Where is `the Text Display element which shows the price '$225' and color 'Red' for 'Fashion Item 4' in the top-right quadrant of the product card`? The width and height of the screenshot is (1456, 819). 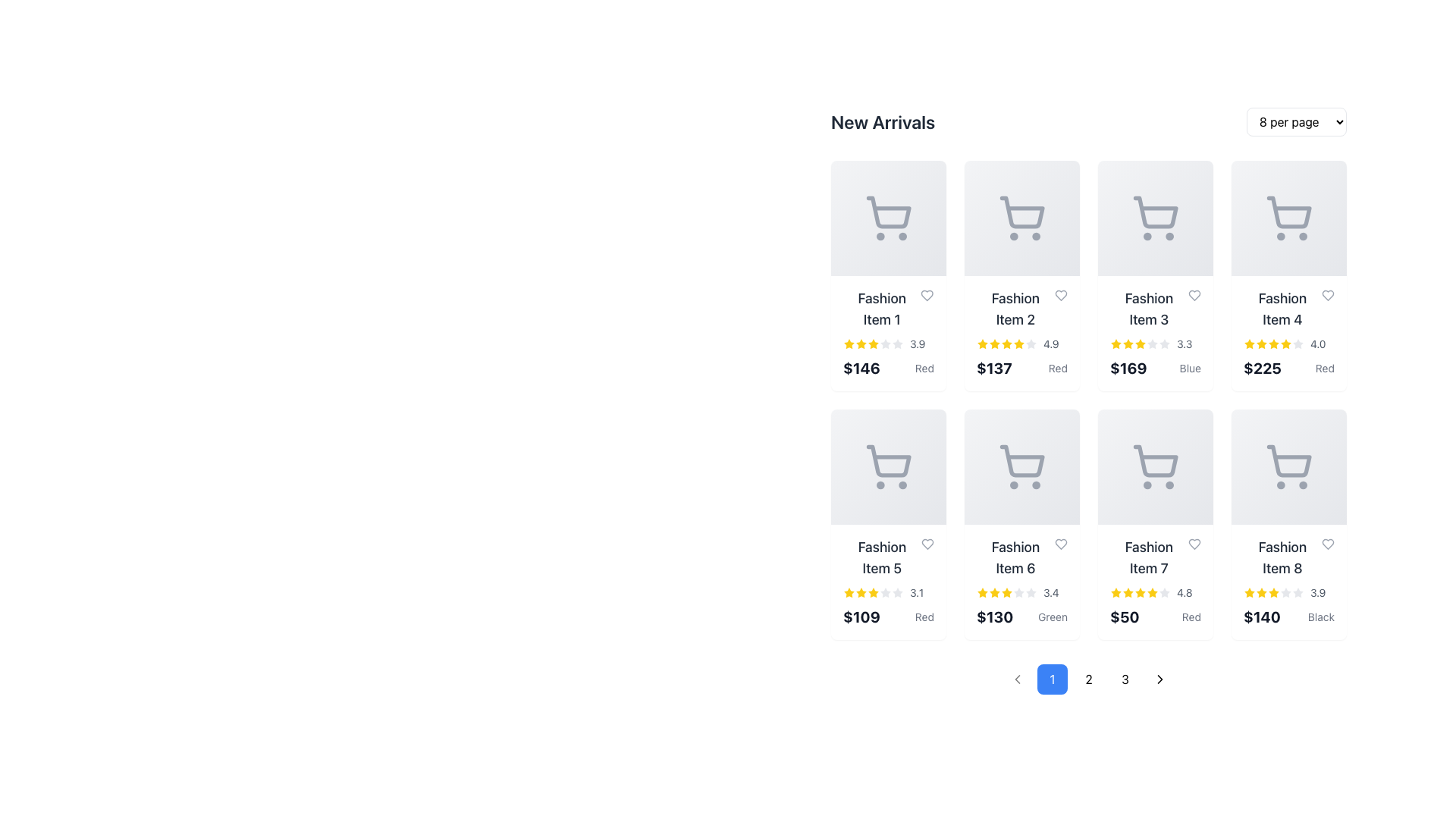
the Text Display element which shows the price '$225' and color 'Red' for 'Fashion Item 4' in the top-right quadrant of the product card is located at coordinates (1288, 369).